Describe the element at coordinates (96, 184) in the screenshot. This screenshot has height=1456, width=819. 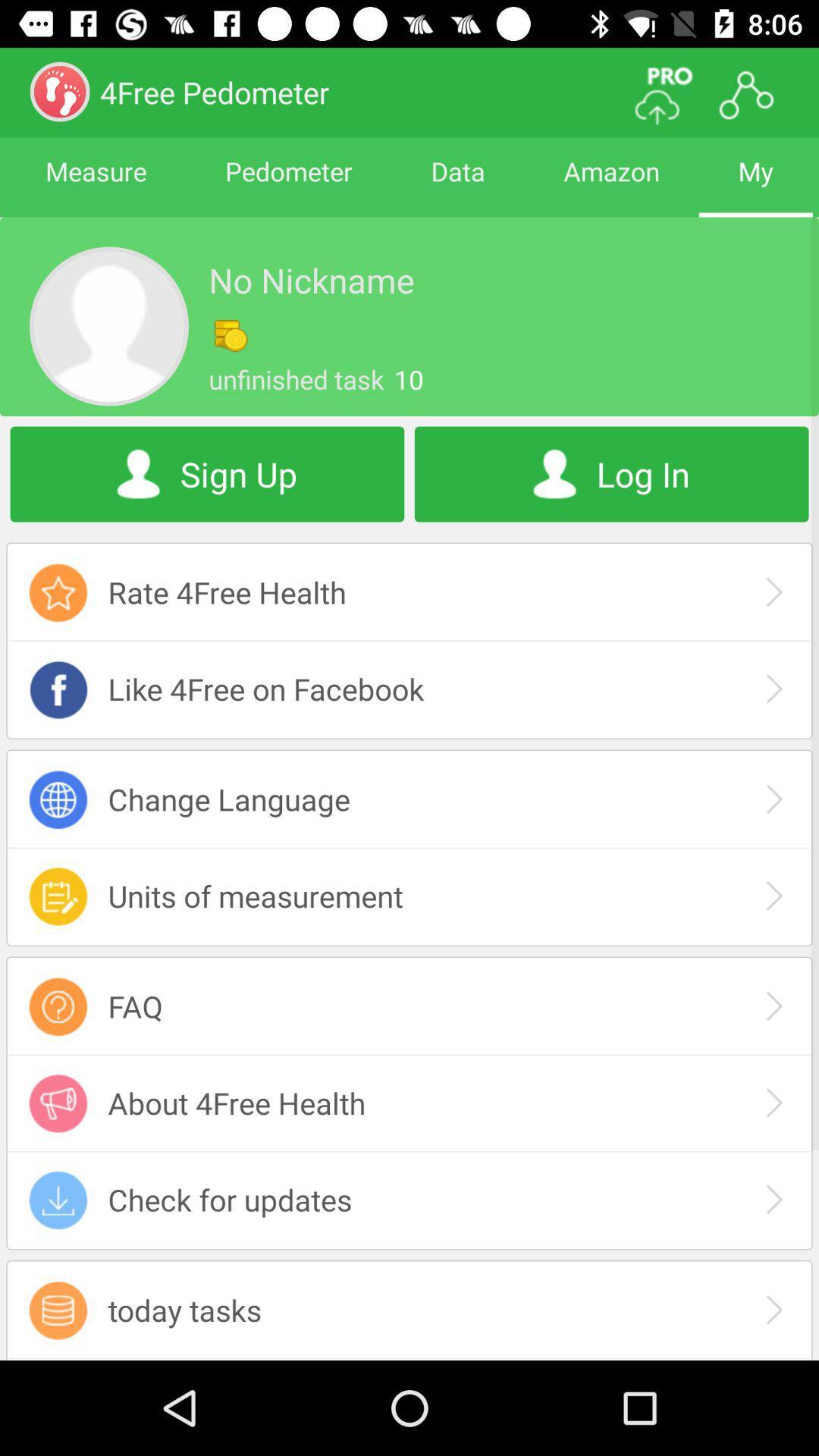
I see `the app next to pedometer item` at that location.